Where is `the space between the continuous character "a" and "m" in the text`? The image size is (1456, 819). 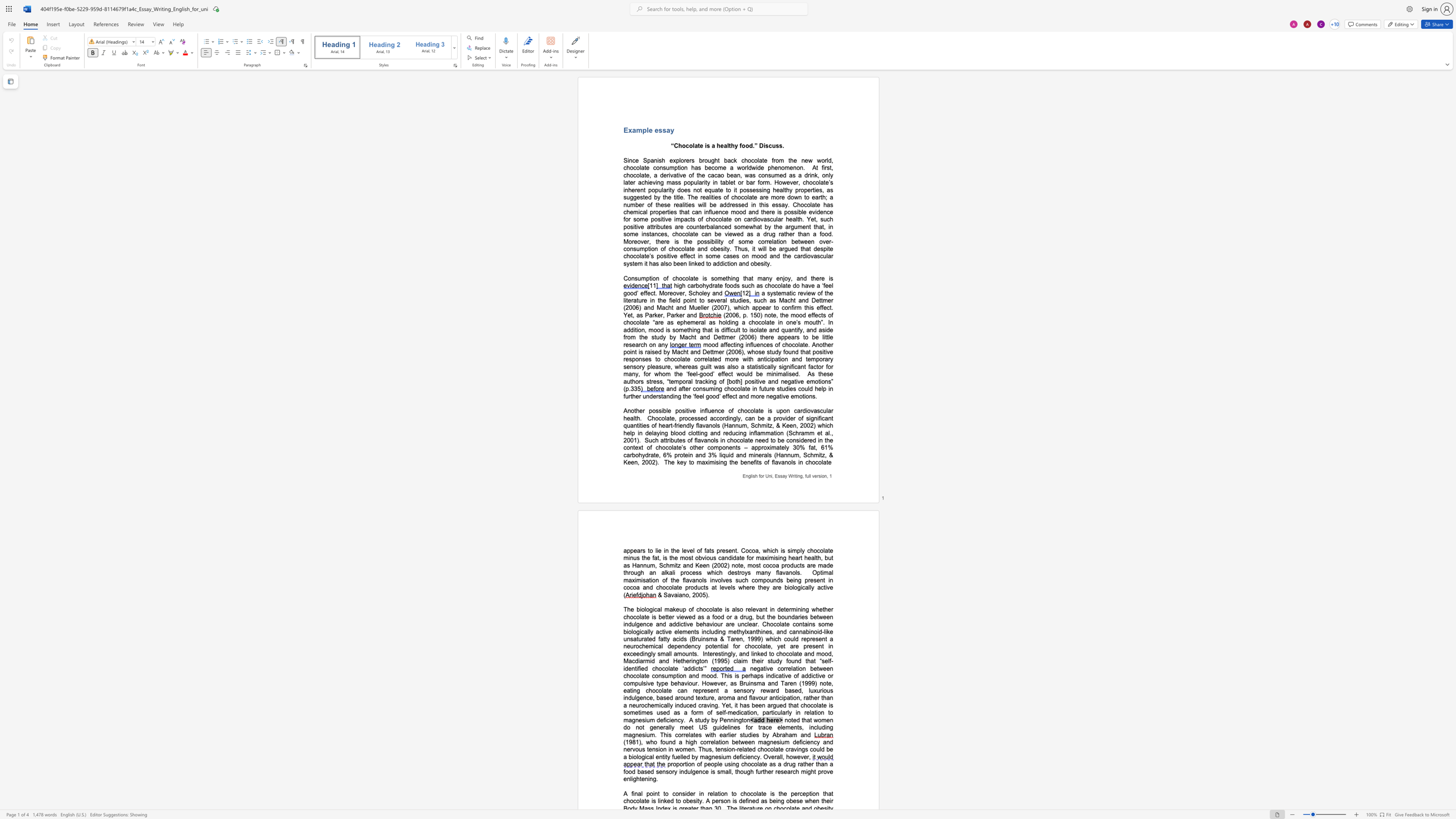 the space between the continuous character "a" and "m" in the text is located at coordinates (636, 129).